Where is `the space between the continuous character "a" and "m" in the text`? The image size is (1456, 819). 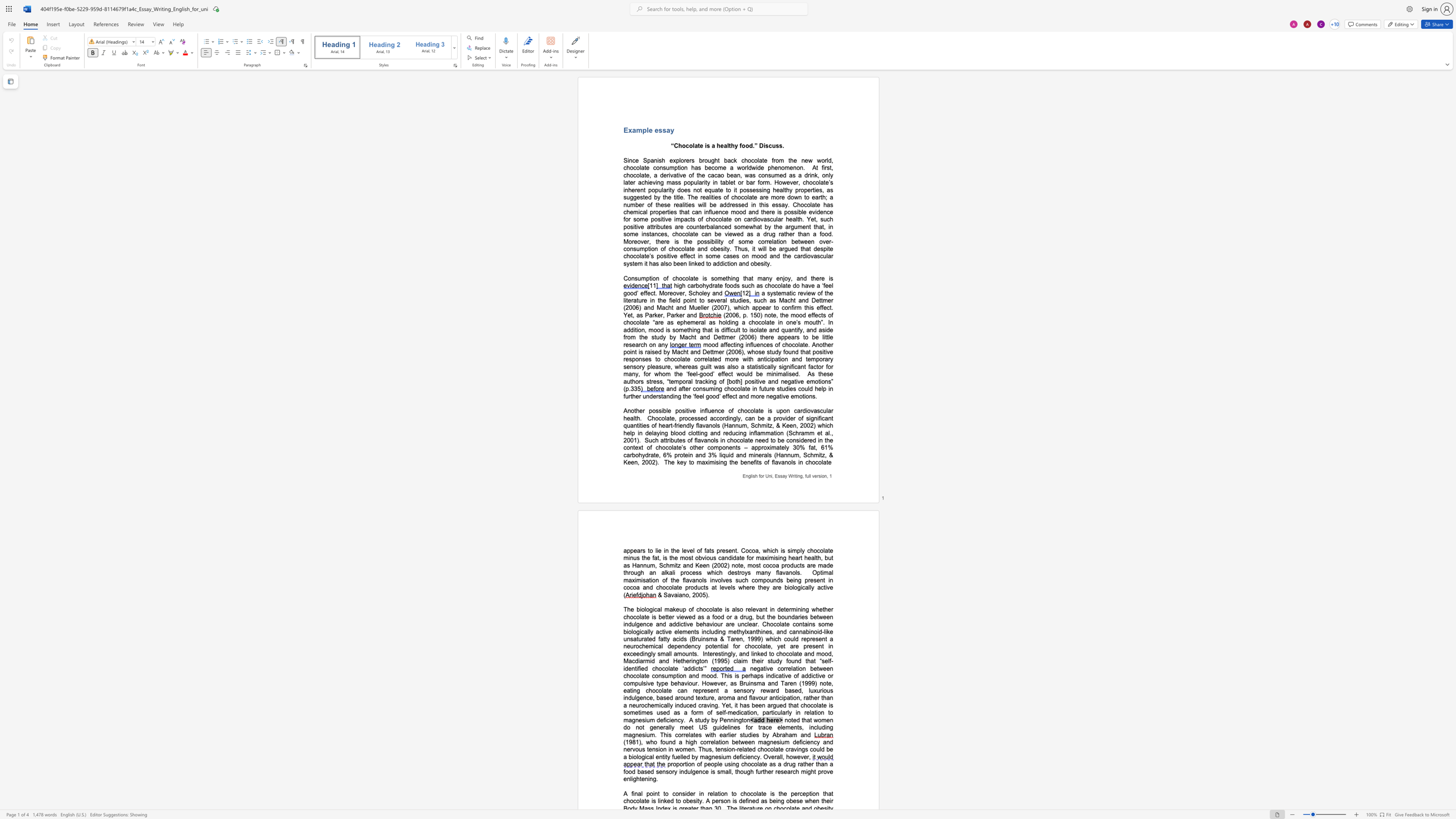 the space between the continuous character "a" and "m" in the text is located at coordinates (636, 129).